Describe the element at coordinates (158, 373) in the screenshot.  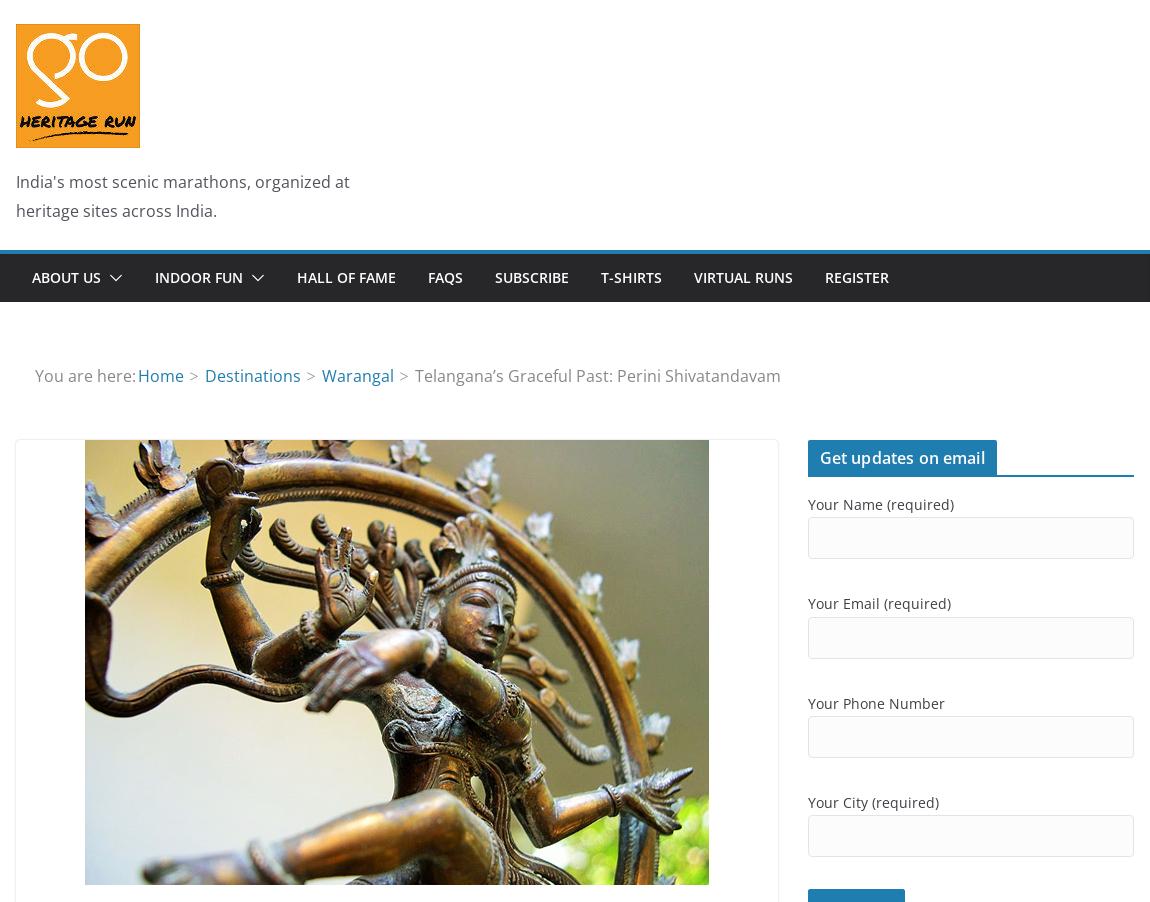
I see `'Home'` at that location.